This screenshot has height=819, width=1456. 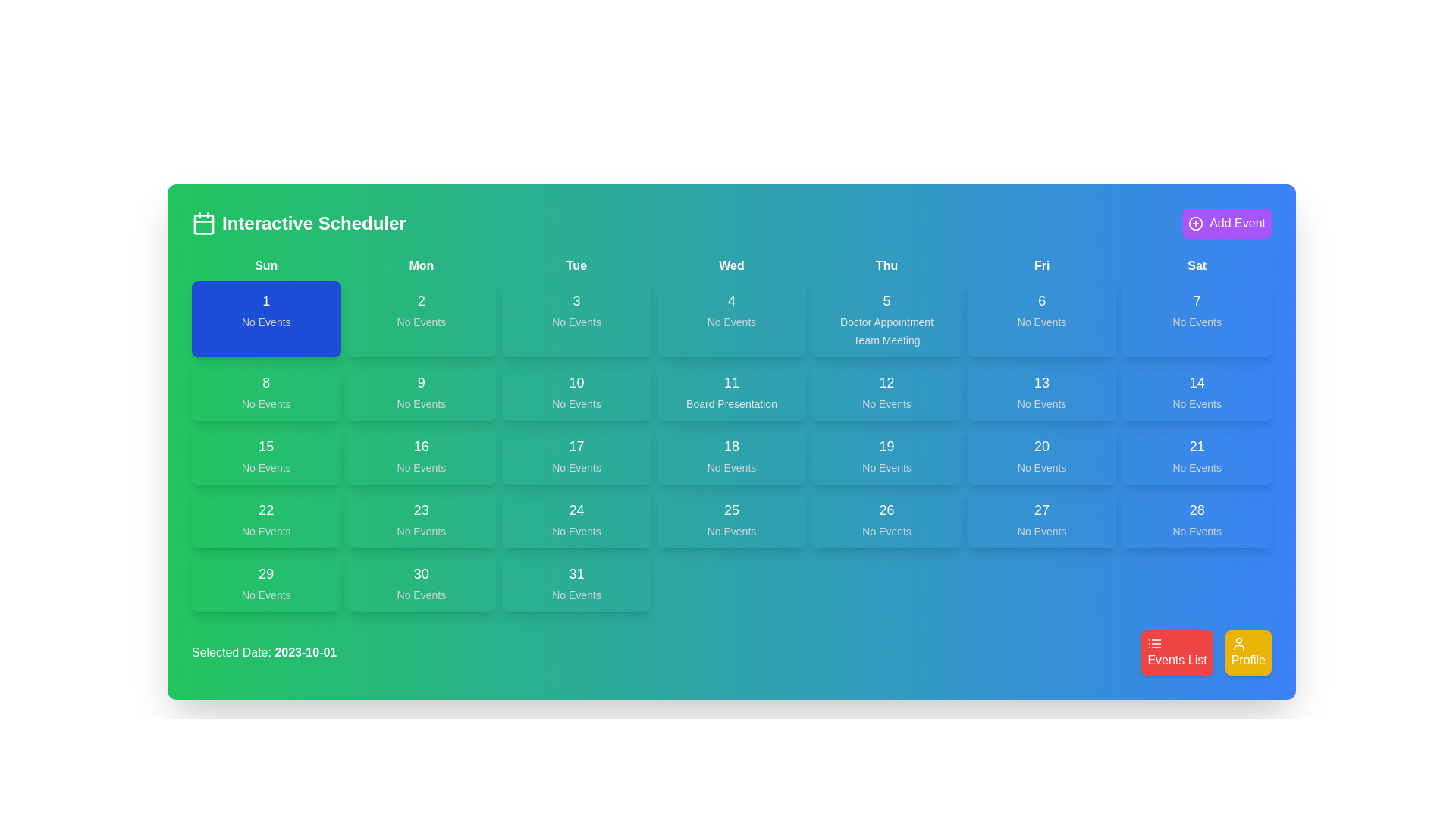 What do you see at coordinates (1041, 519) in the screenshot?
I see `the interactive calendar day cell representing the 27th day of the month` at bounding box center [1041, 519].